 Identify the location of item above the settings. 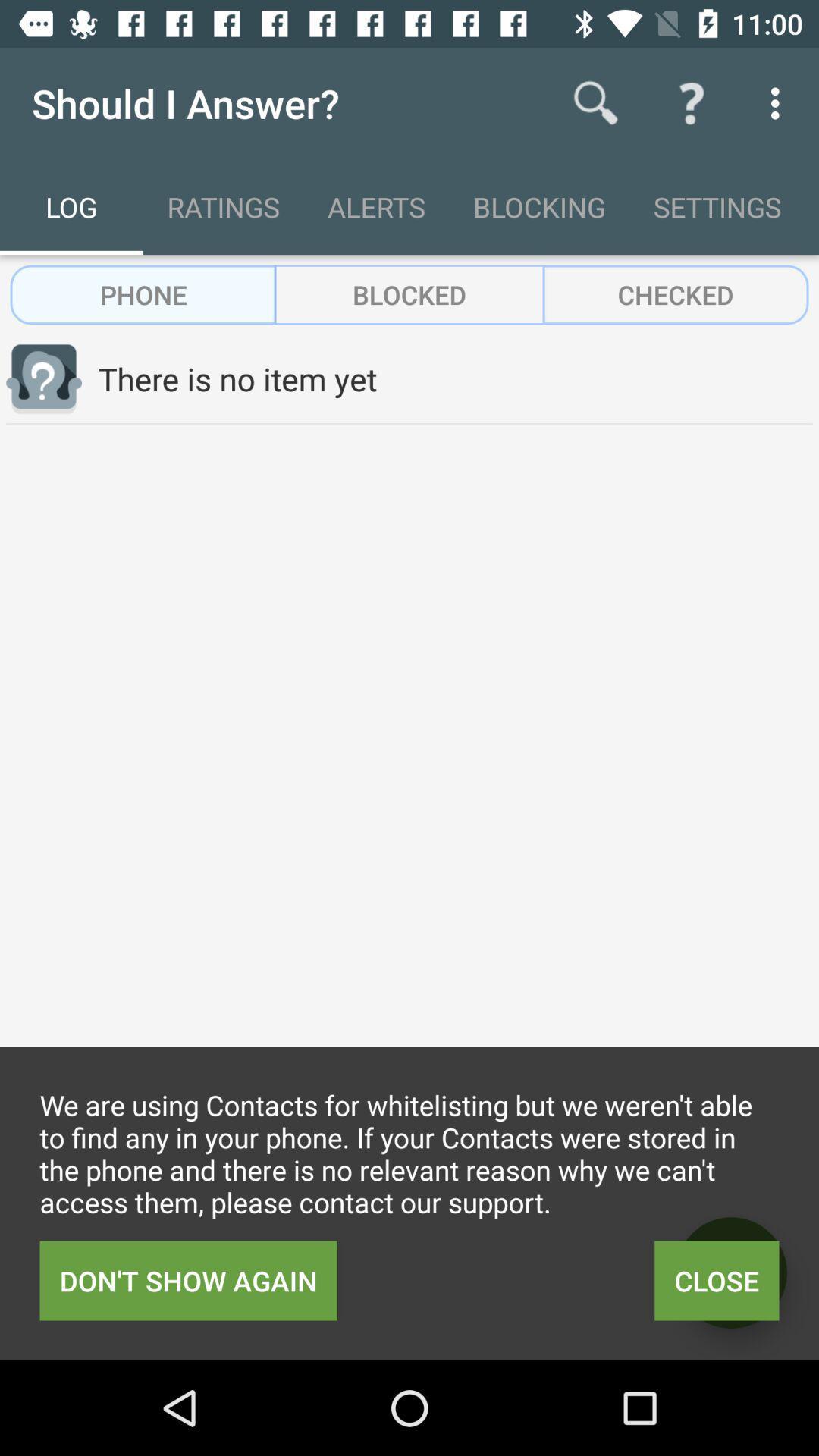
(691, 102).